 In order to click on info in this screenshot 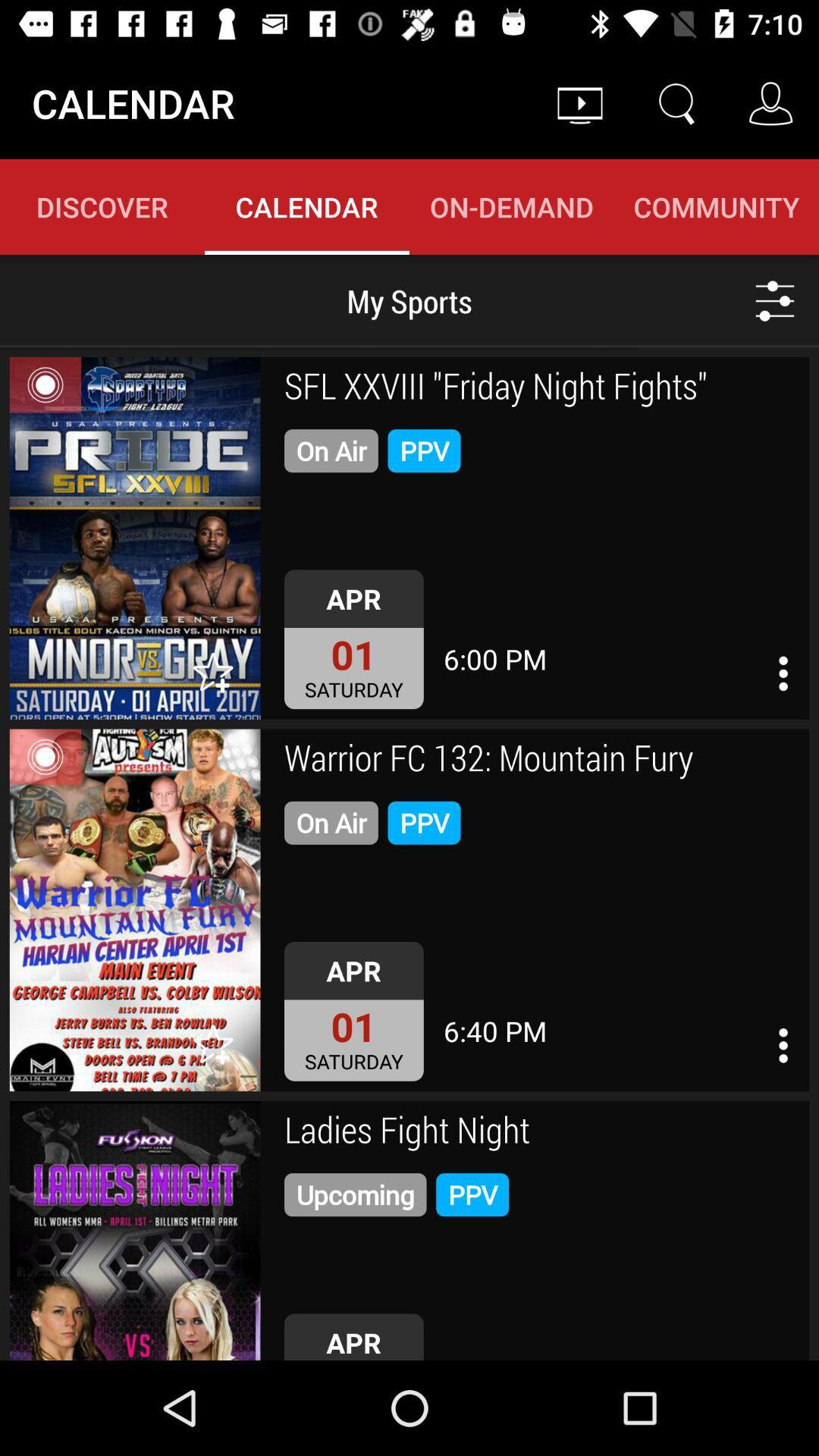, I will do `click(783, 1044)`.